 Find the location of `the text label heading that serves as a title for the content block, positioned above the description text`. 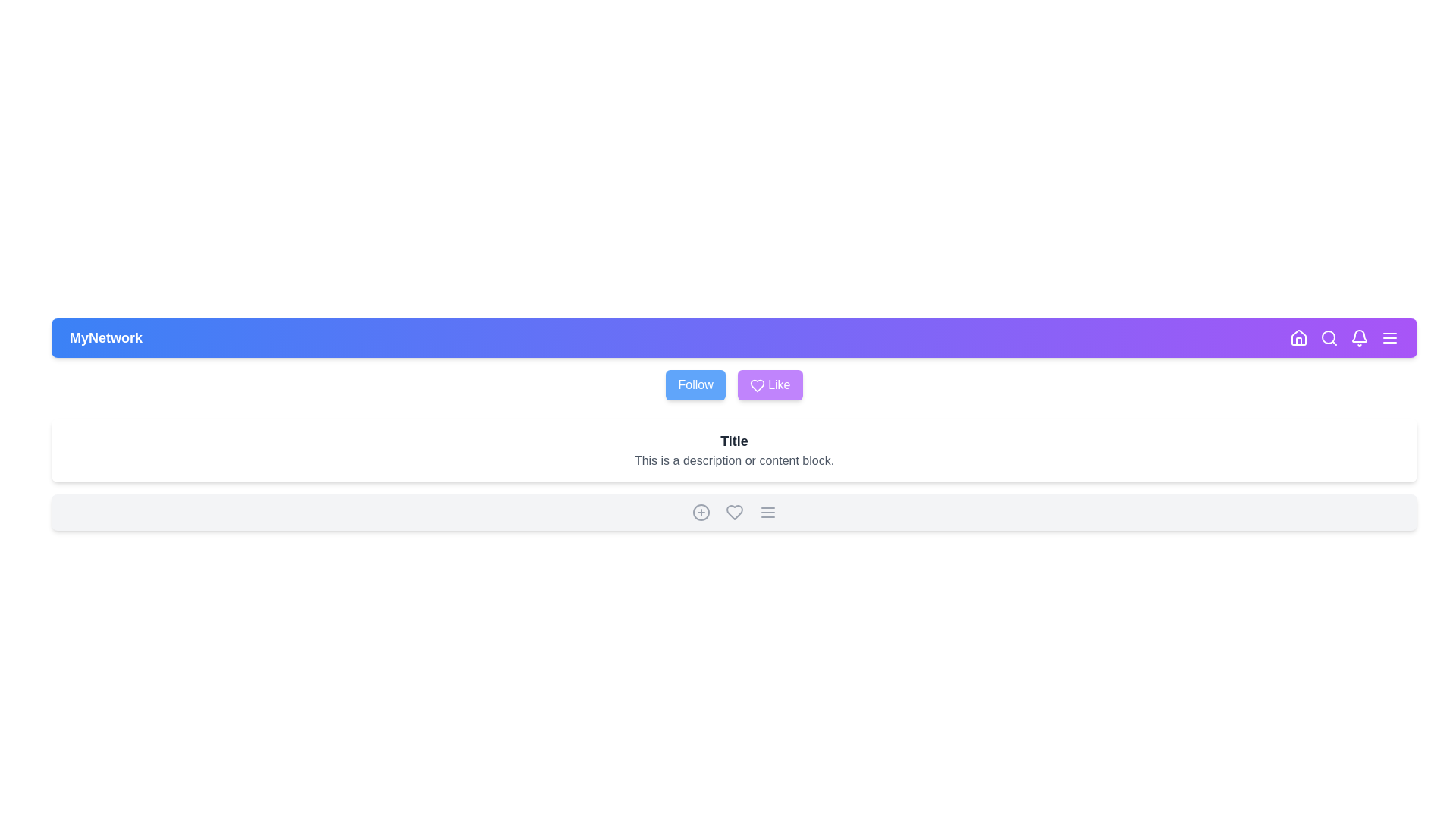

the text label heading that serves as a title for the content block, positioned above the description text is located at coordinates (734, 441).